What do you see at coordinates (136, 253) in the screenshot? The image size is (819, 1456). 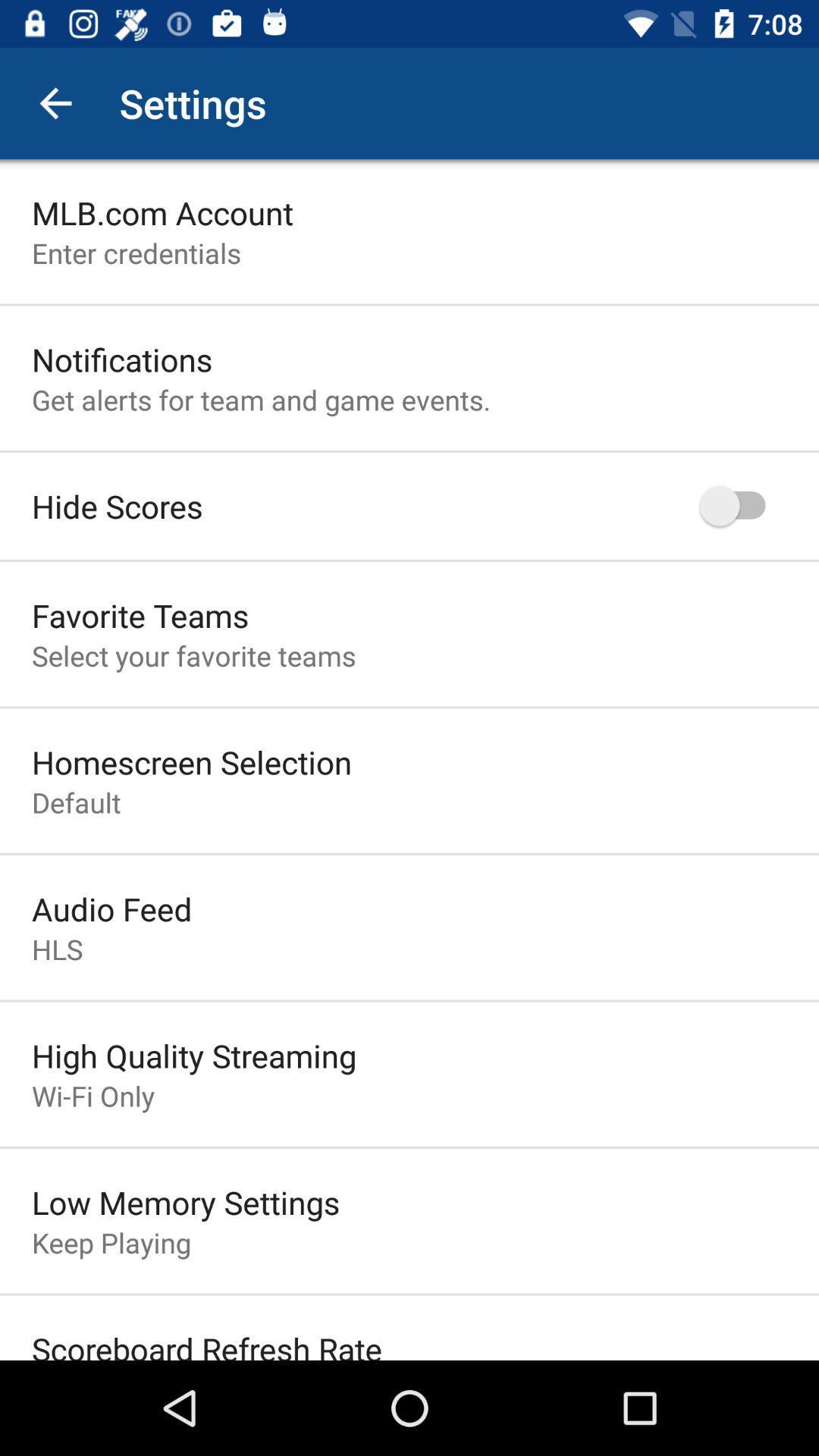 I see `the enter credentials icon` at bounding box center [136, 253].